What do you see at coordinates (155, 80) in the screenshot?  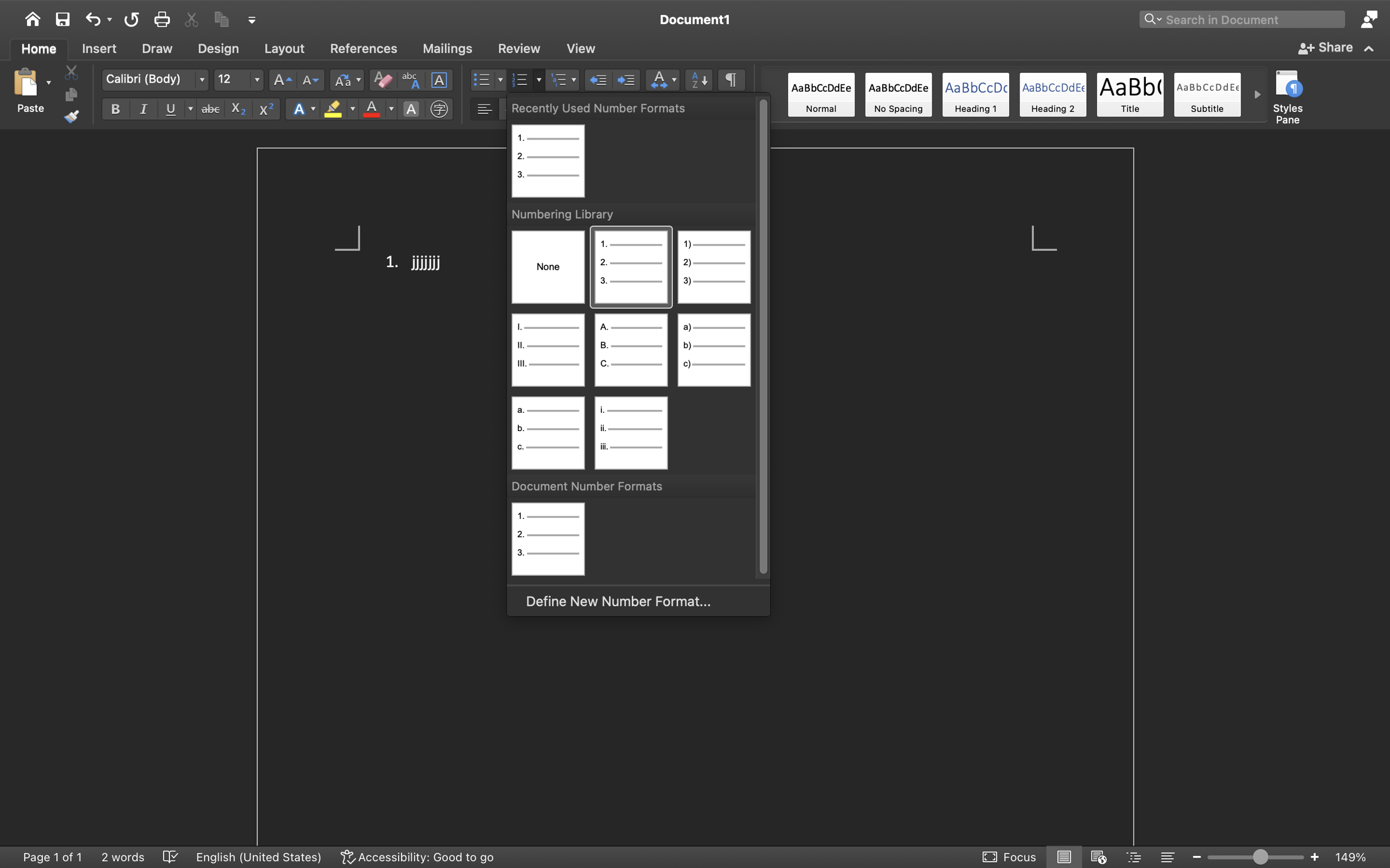 I see `'Calibri (Body)'` at bounding box center [155, 80].